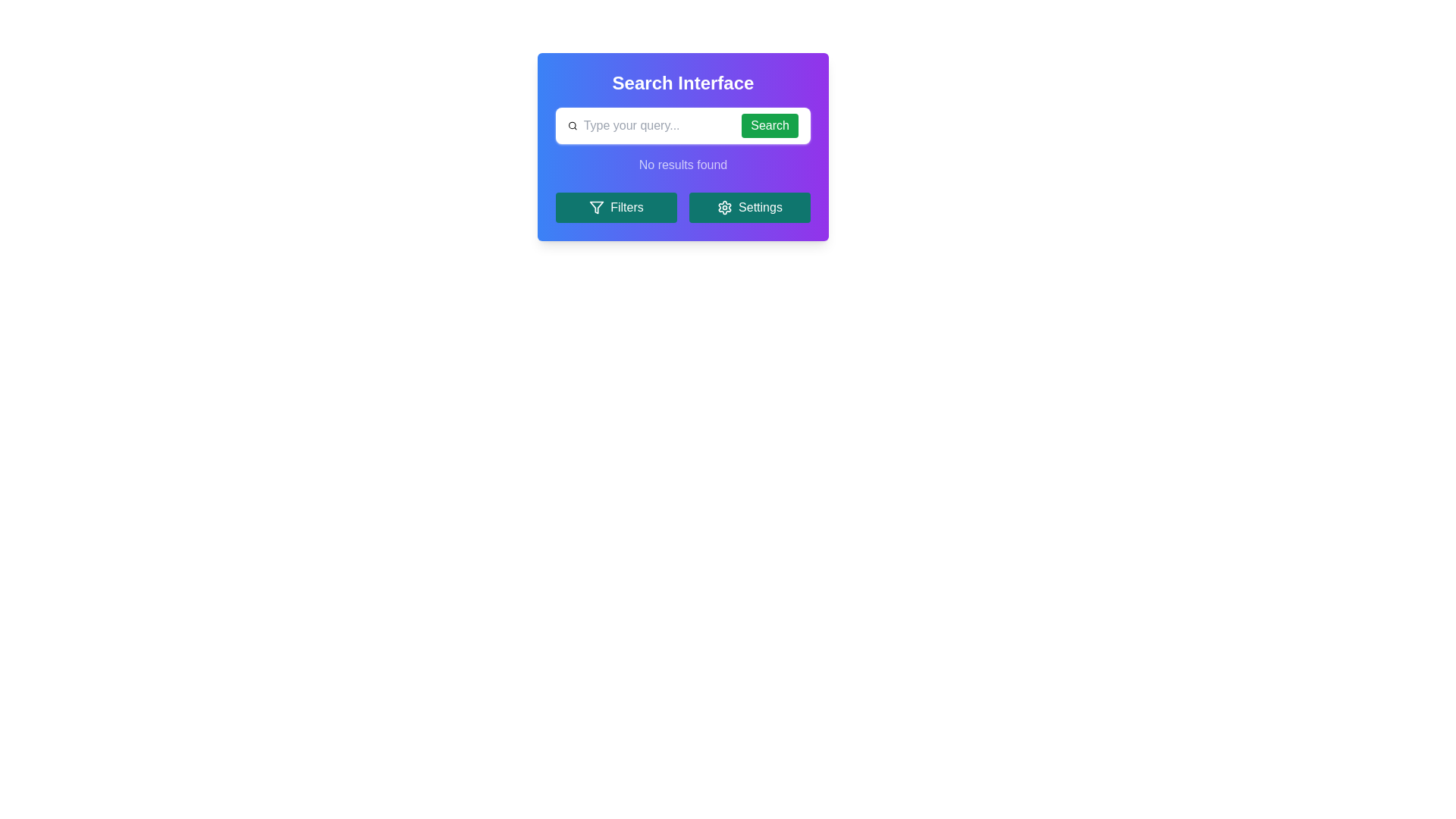  What do you see at coordinates (616, 207) in the screenshot?
I see `the teal-colored 'Filters' button with a filter icon to apply filters` at bounding box center [616, 207].